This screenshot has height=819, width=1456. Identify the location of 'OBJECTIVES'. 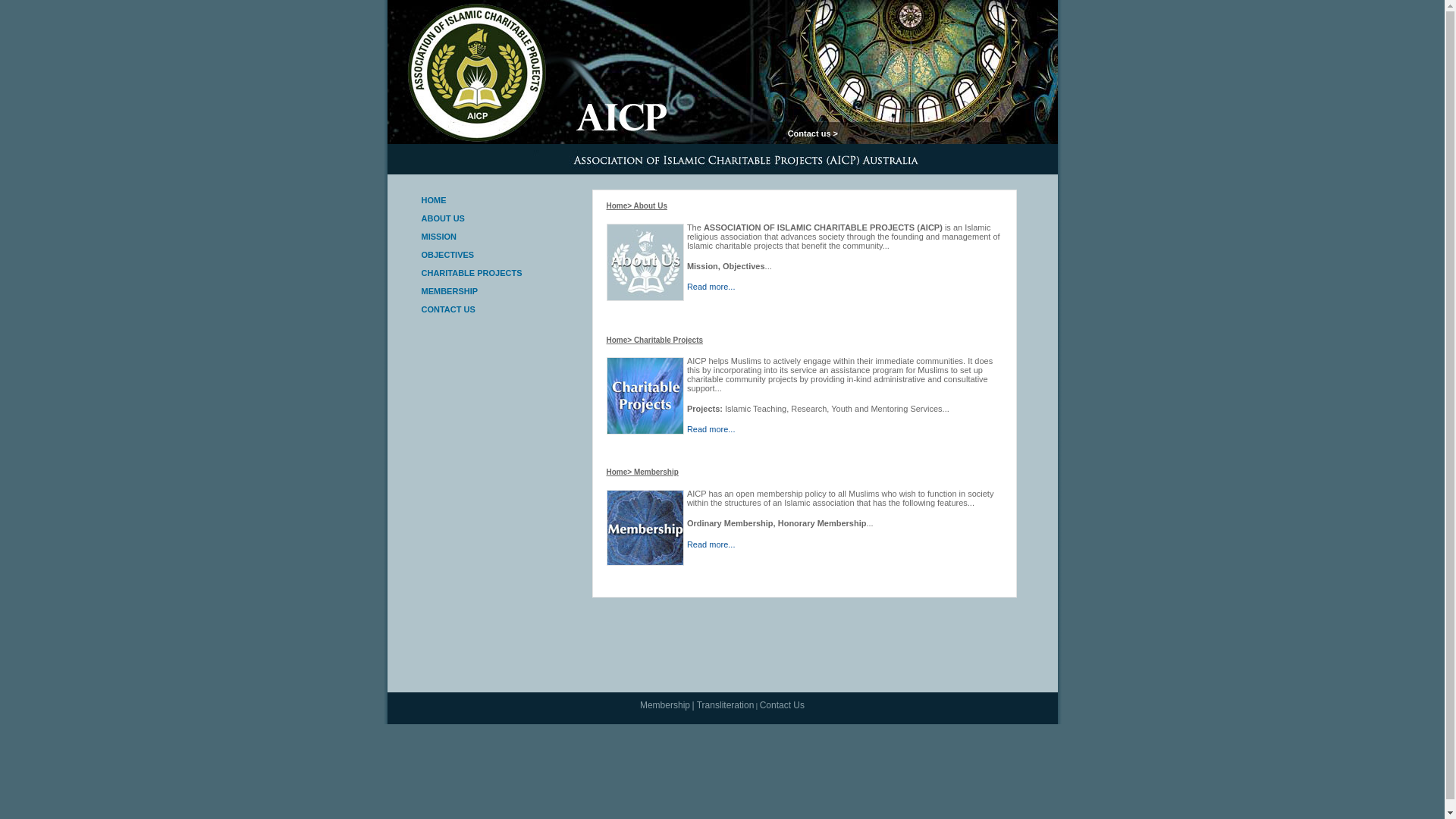
(422, 253).